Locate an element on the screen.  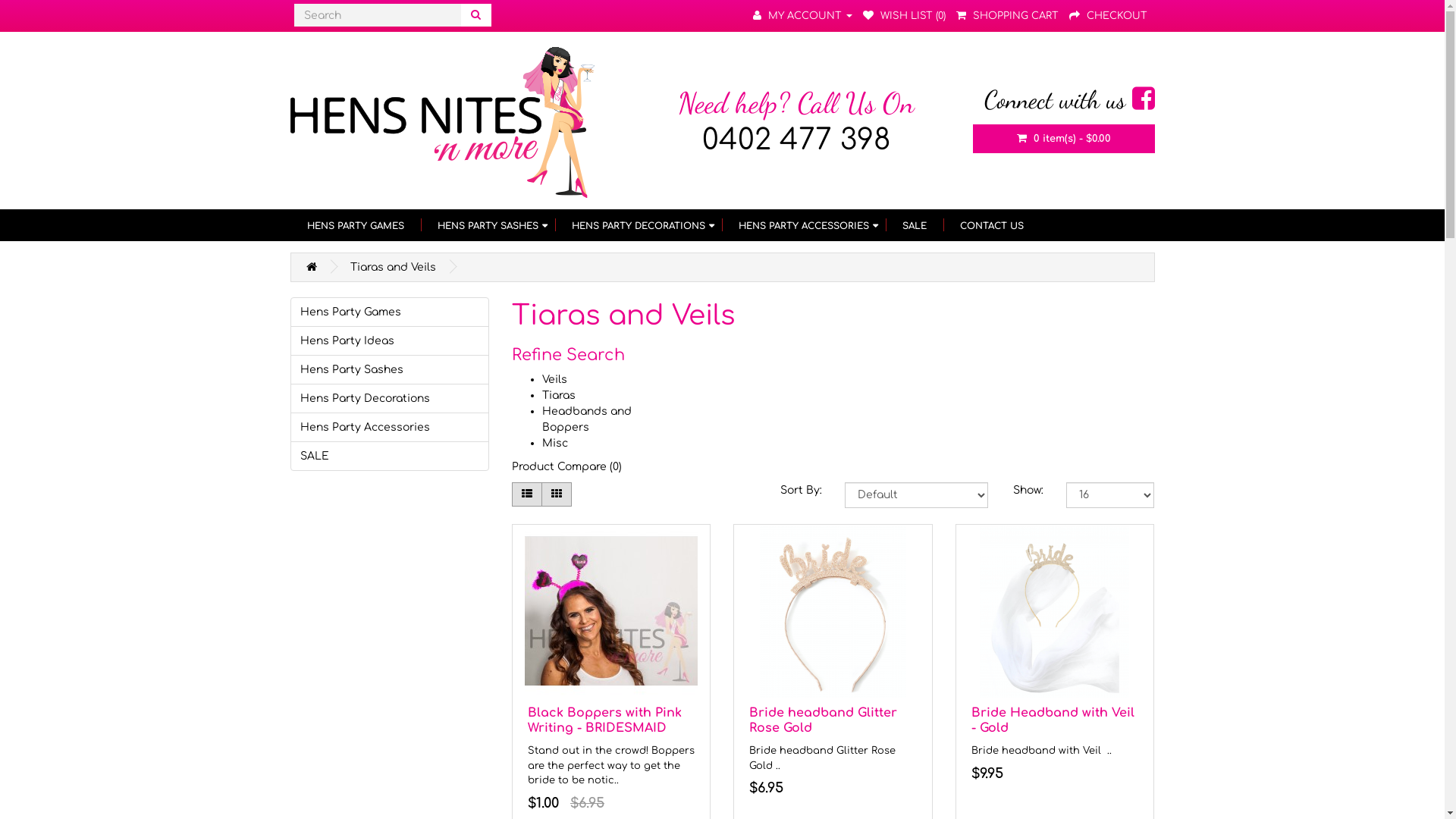
'Hens Party Sashes' is located at coordinates (389, 369).